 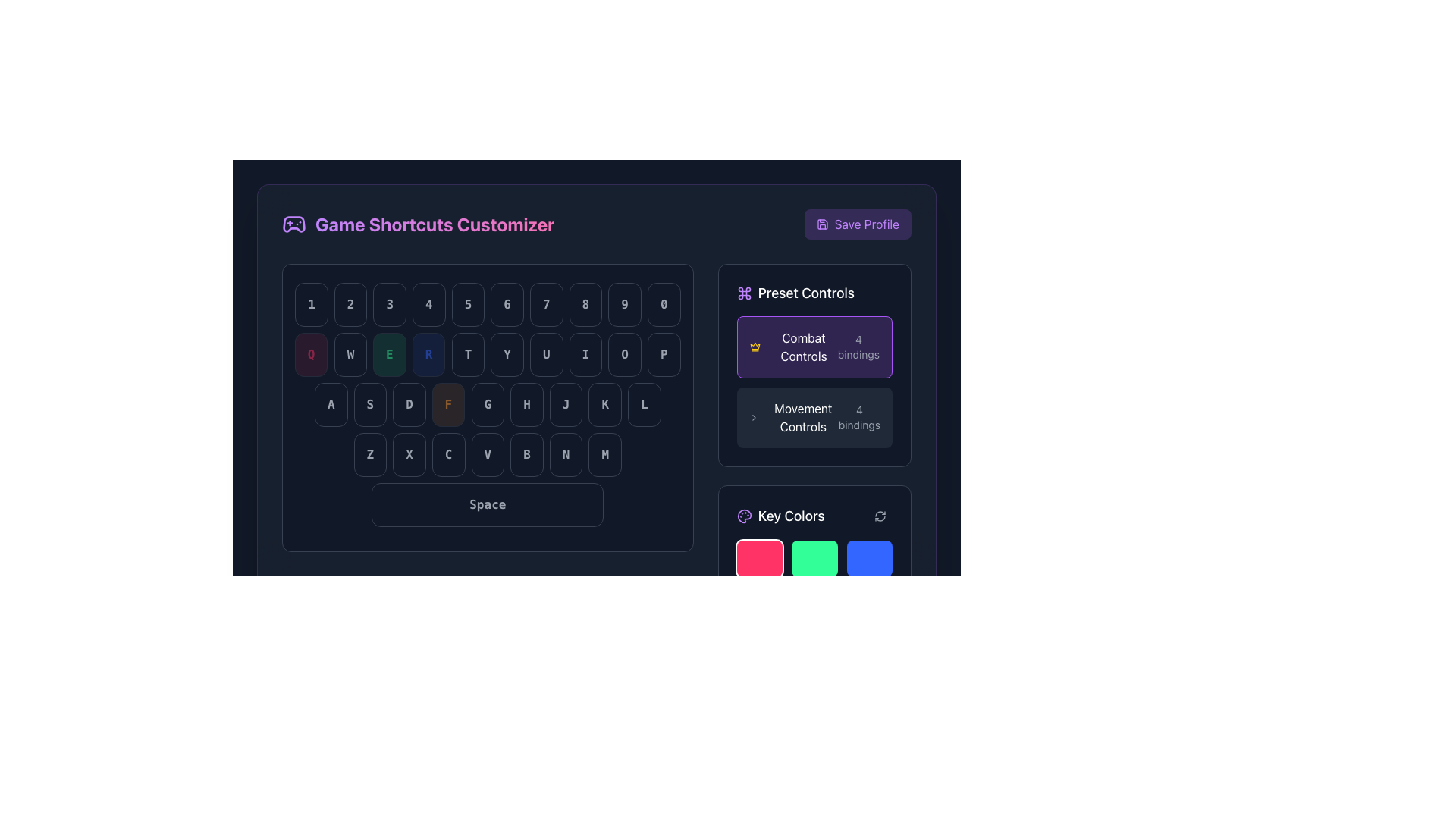 What do you see at coordinates (428, 354) in the screenshot?
I see `the 'Reload' button, which is the fifth button in a horizontal sequence of similar buttons` at bounding box center [428, 354].